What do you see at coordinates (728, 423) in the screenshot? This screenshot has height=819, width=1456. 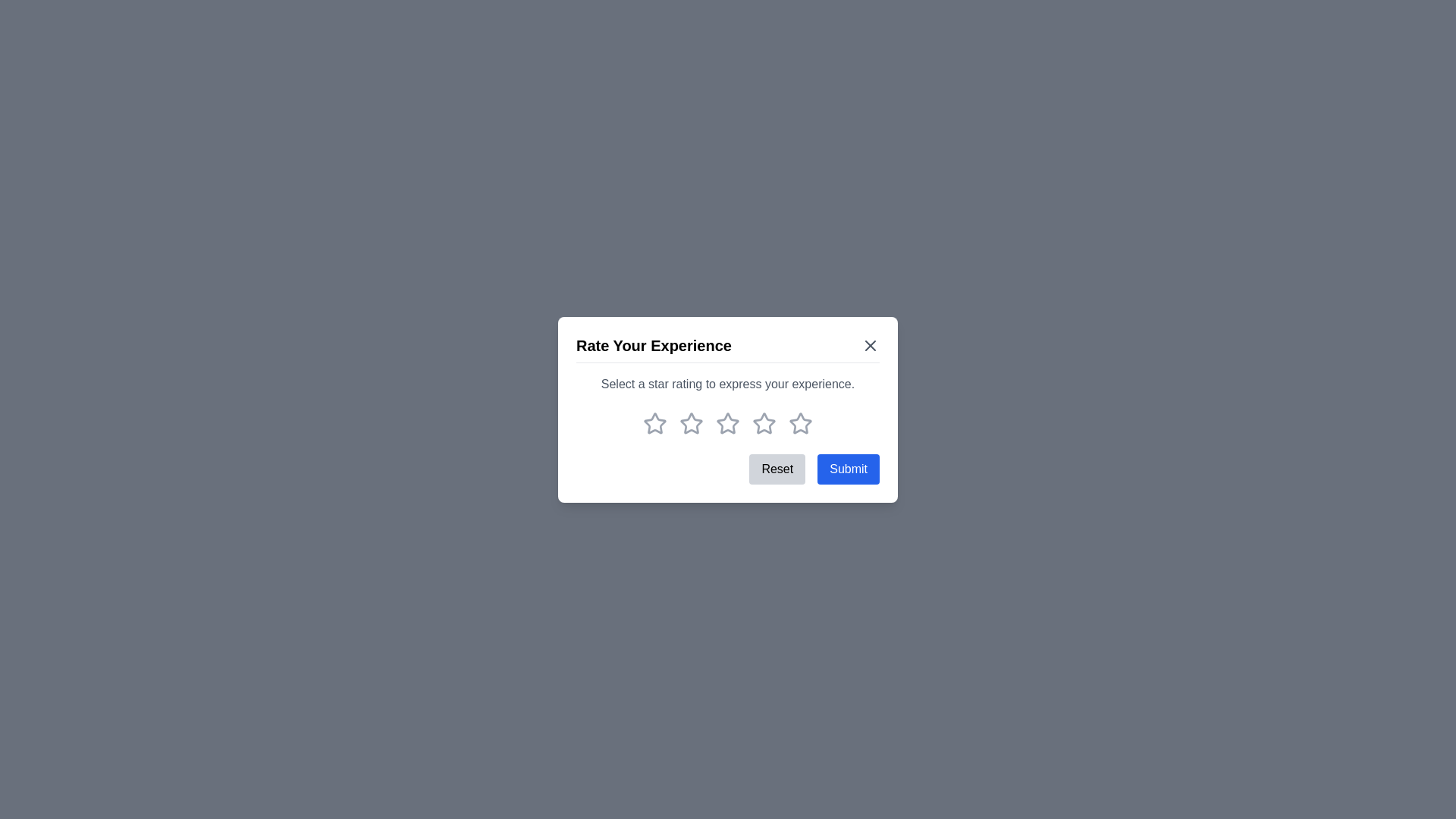 I see `the rating to 3 stars by clicking on the corresponding star` at bounding box center [728, 423].